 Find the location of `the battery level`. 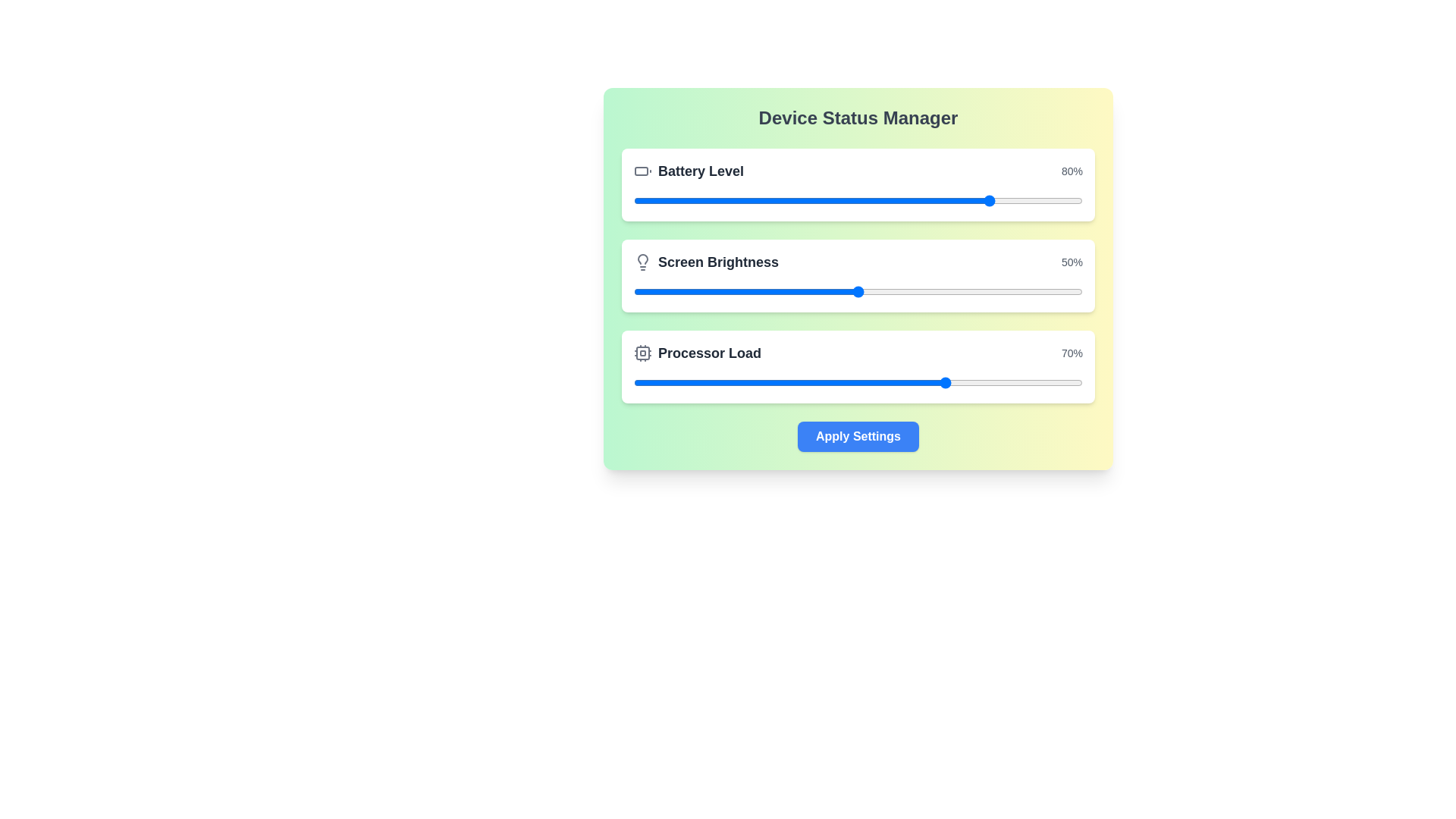

the battery level is located at coordinates (938, 200).